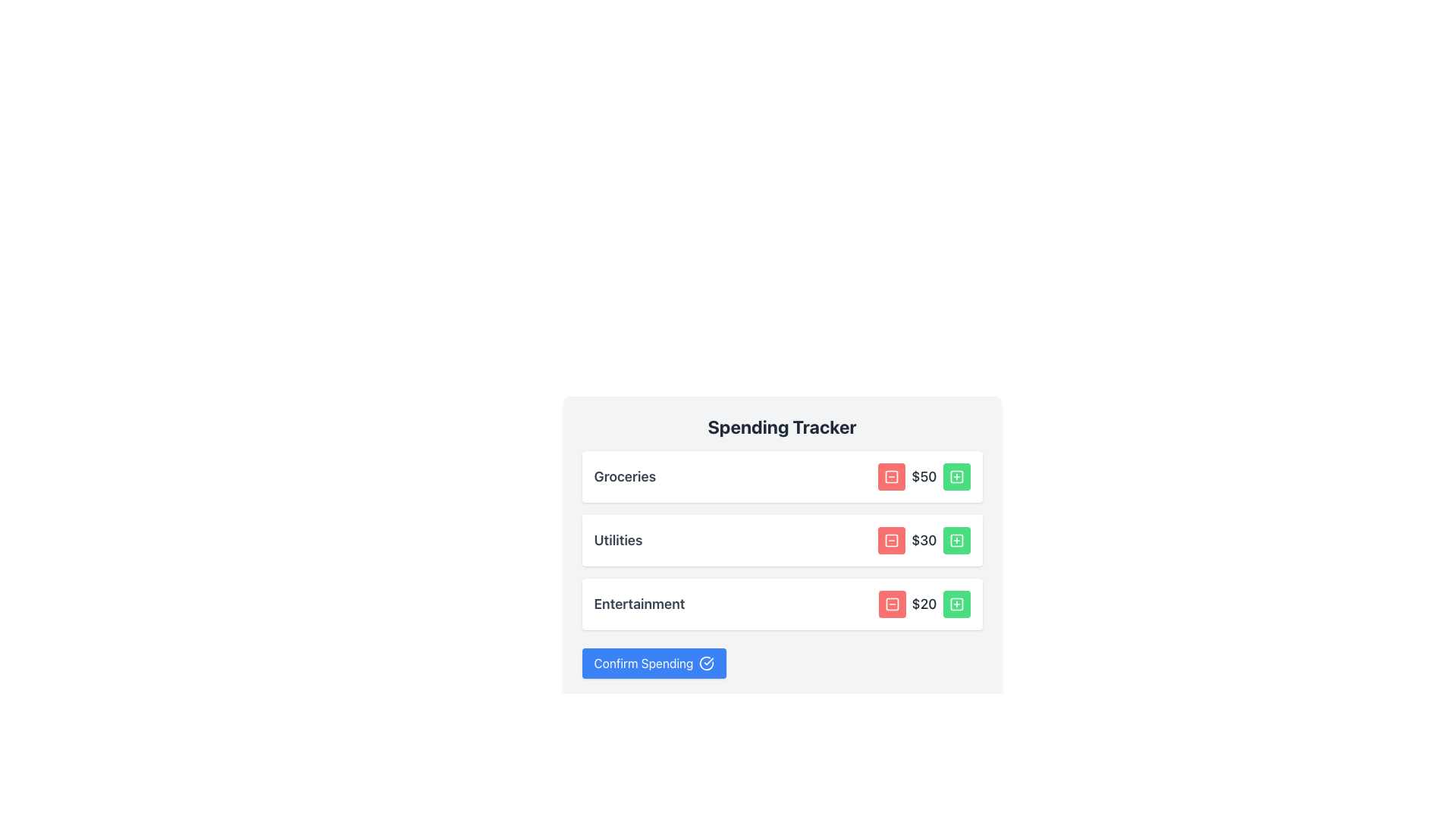 The image size is (1456, 819). Describe the element at coordinates (892, 540) in the screenshot. I see `the red rounded square icon representing the subtraction button in the Utilities category of the spending tracker interface` at that location.